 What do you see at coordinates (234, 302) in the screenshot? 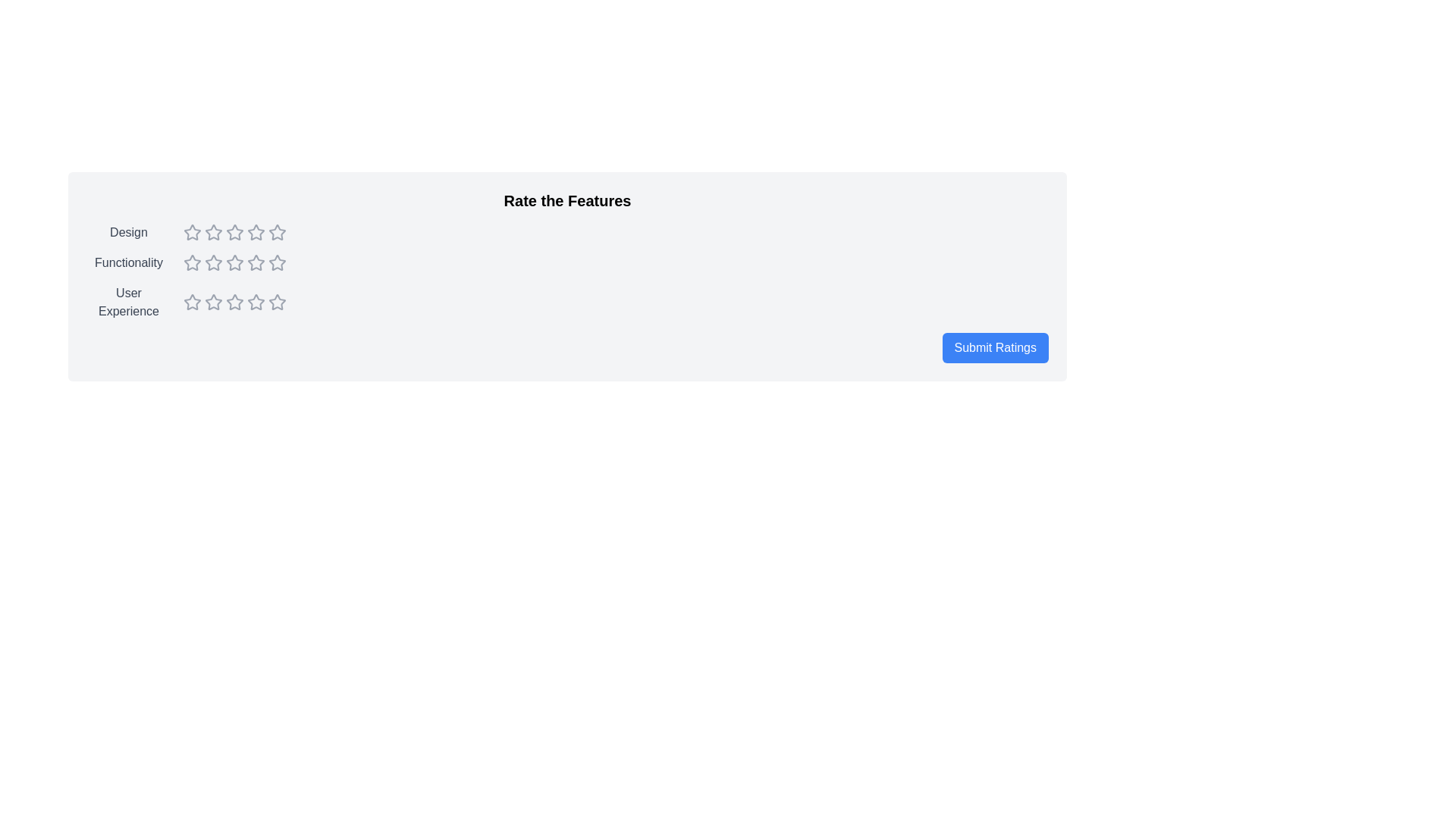
I see `the fourth star-shaped icon in the rating row for 'User Experience' to rate it` at bounding box center [234, 302].